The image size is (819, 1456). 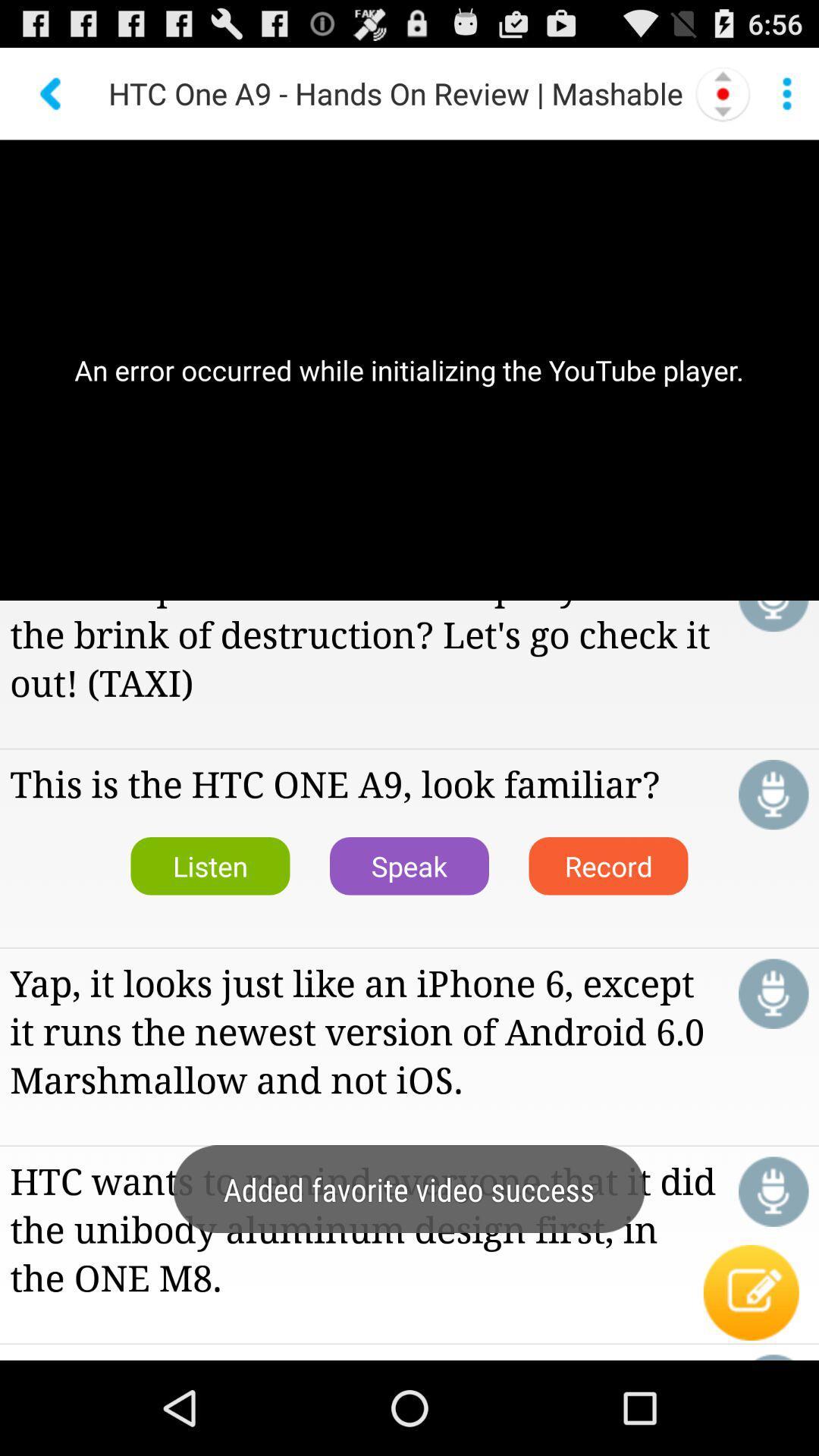 What do you see at coordinates (773, 993) in the screenshot?
I see `record button` at bounding box center [773, 993].